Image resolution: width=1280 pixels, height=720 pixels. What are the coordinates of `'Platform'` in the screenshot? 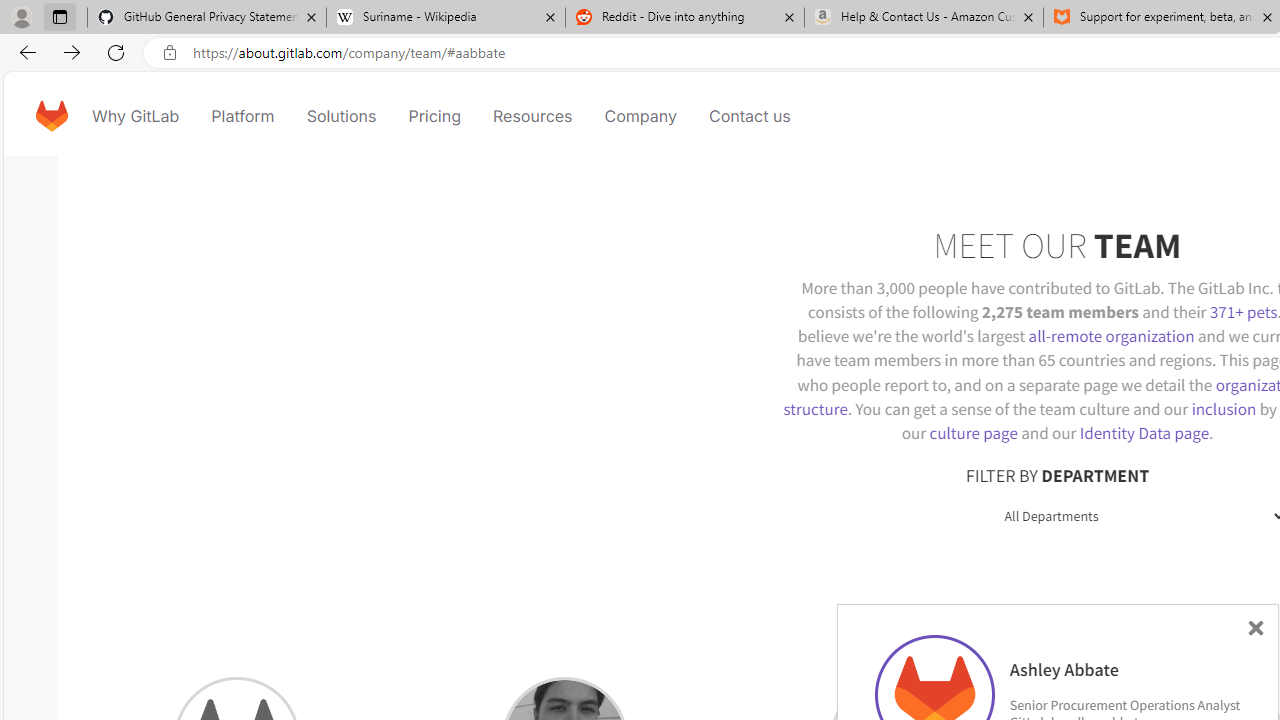 It's located at (242, 115).